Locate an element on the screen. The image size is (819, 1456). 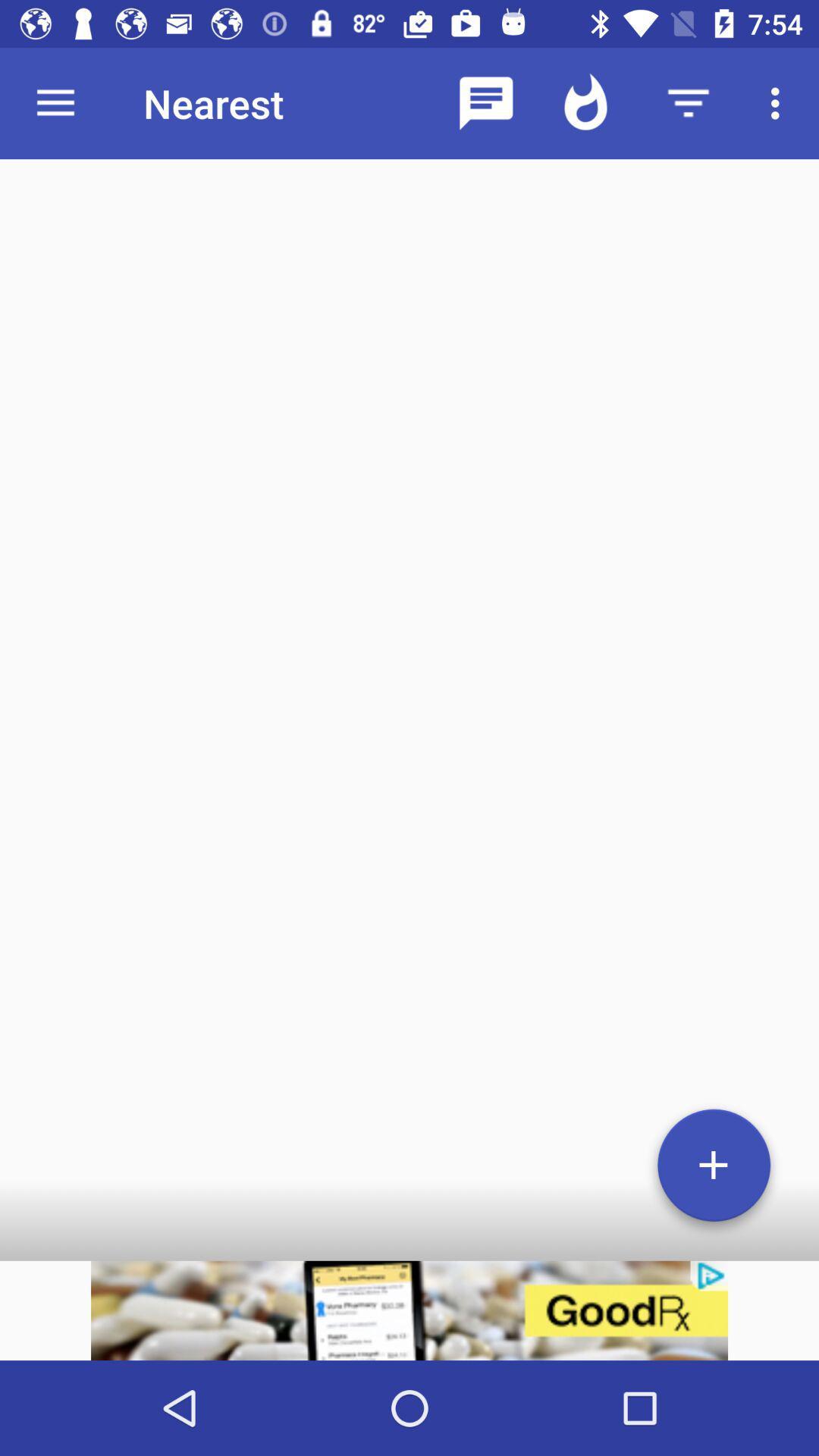
the add icon is located at coordinates (714, 1170).